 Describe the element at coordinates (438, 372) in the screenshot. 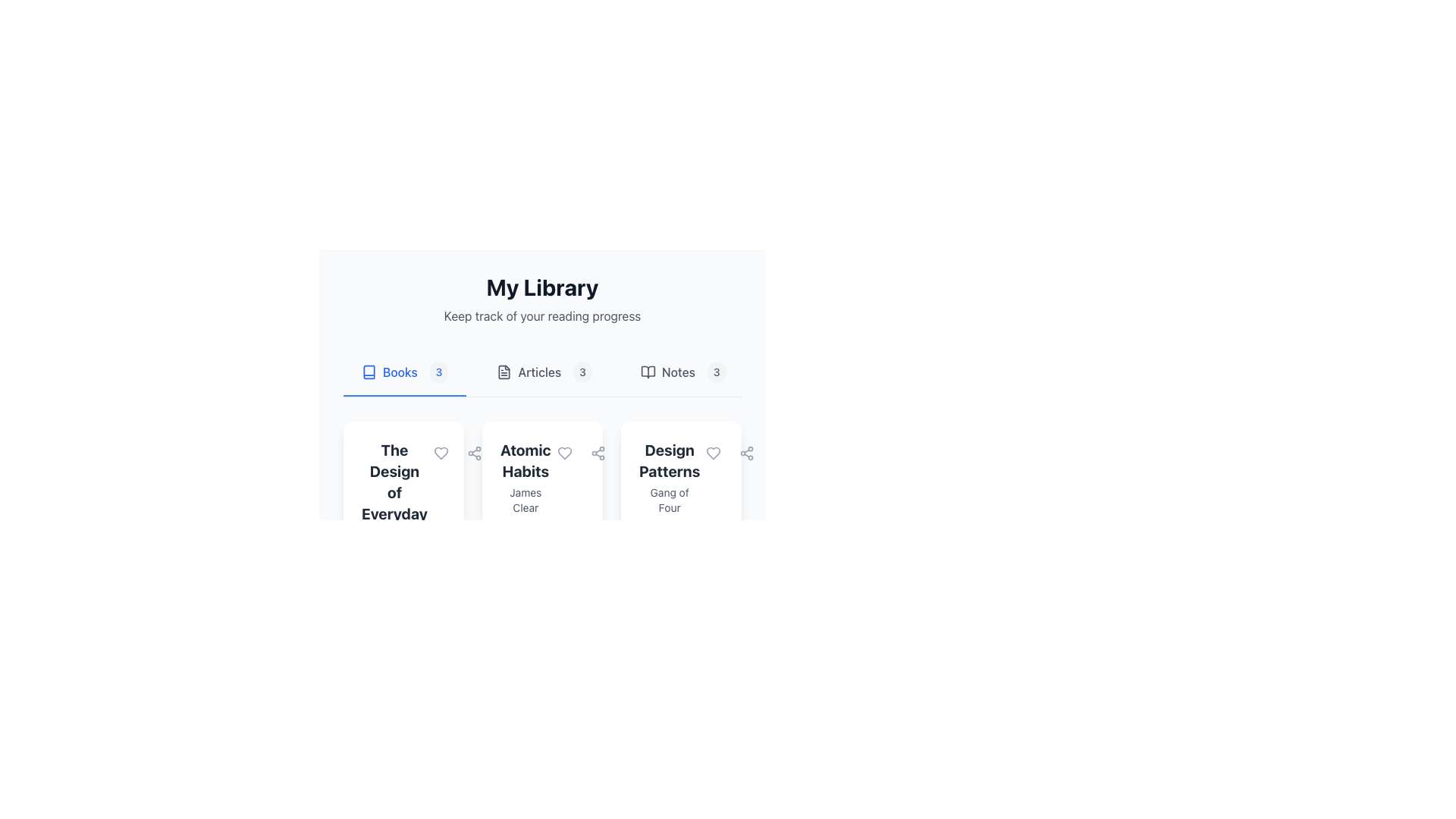

I see `the badge indicating the numerical count associated with the 'Books' section located to the right of the 'Books' label in the navigation menu` at that location.